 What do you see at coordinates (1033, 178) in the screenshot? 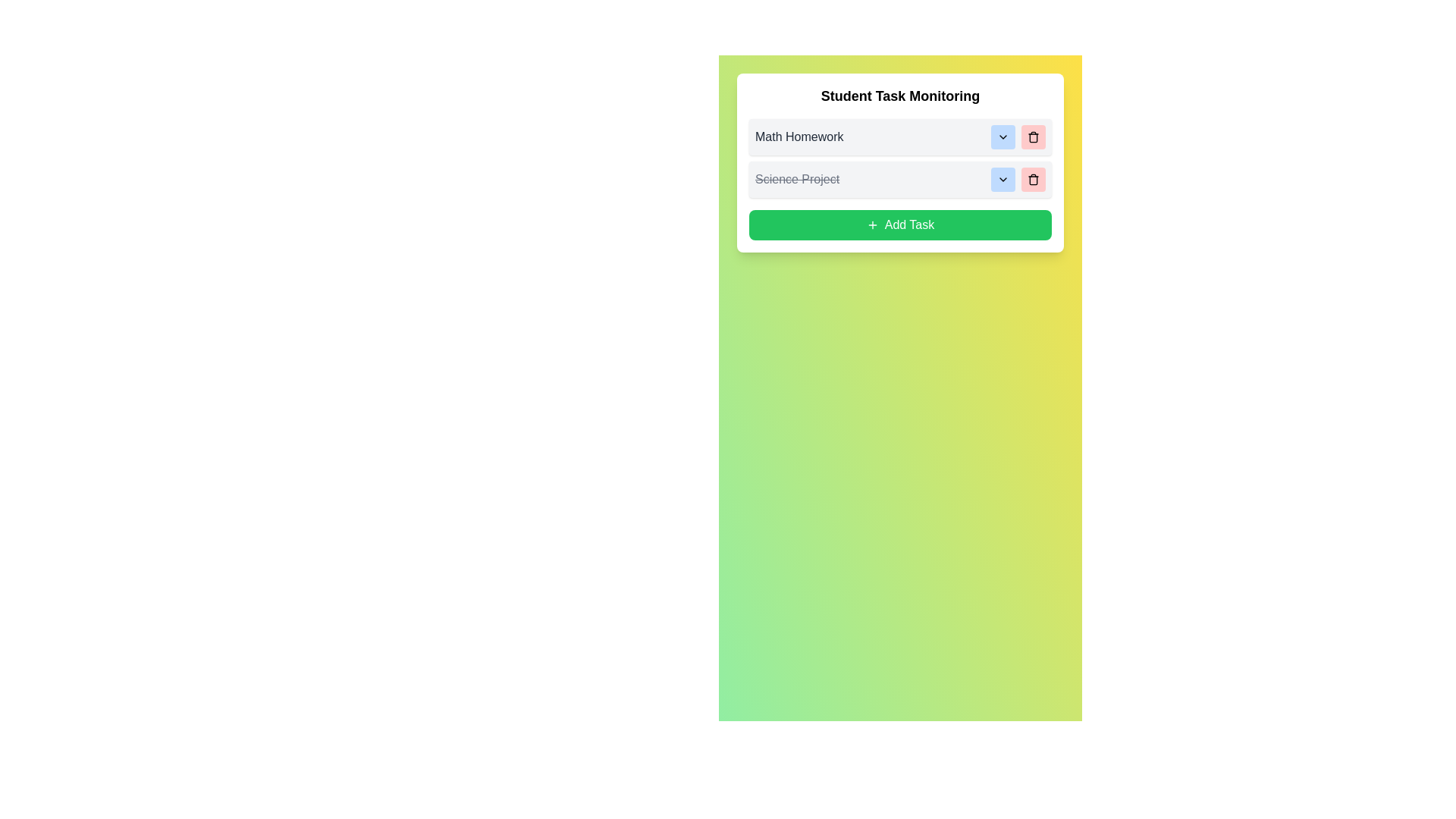
I see `the trash can icon button with a red background` at bounding box center [1033, 178].